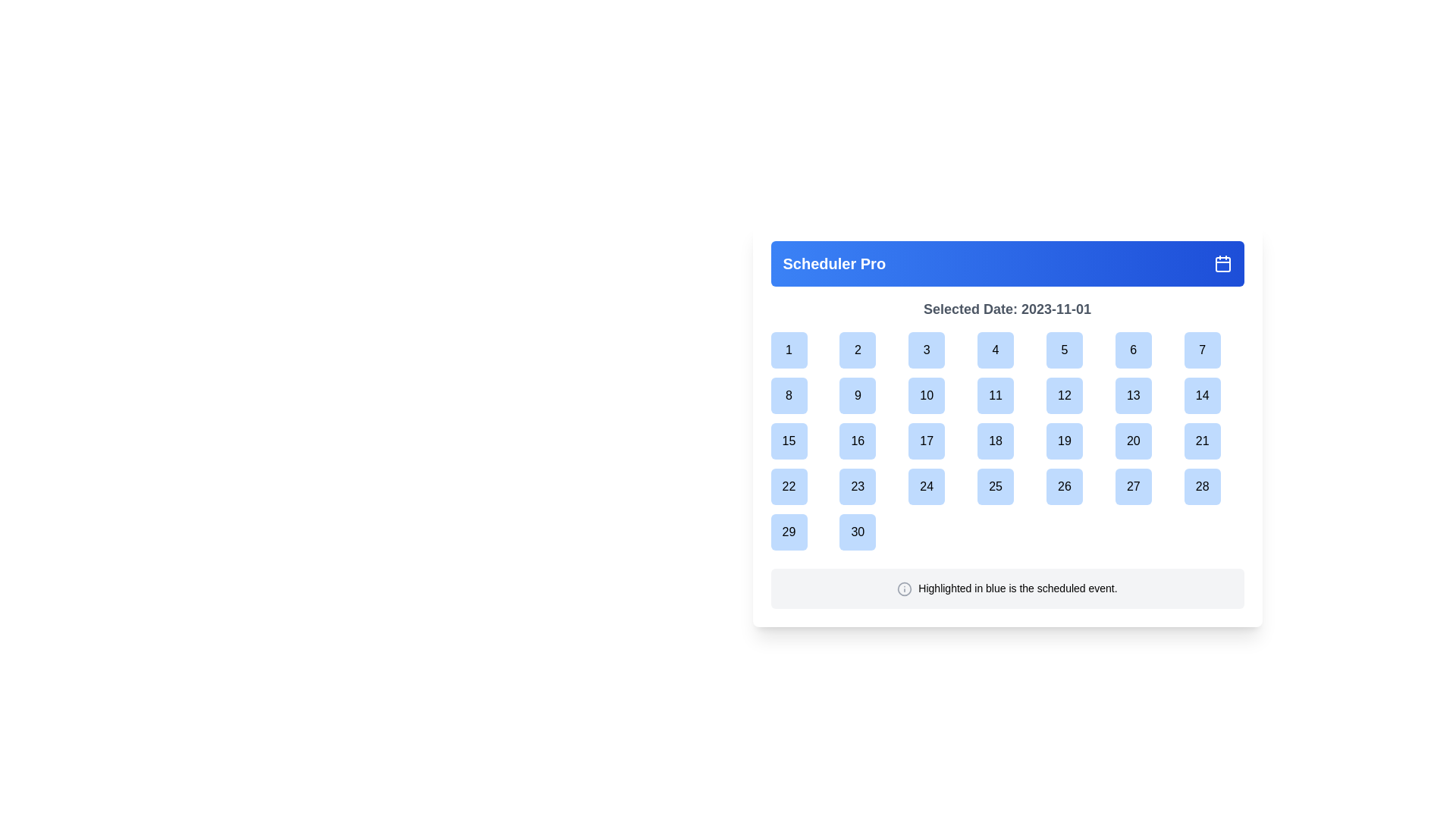  Describe the element at coordinates (937, 394) in the screenshot. I see `the button representing the 10th day in the calendar` at that location.